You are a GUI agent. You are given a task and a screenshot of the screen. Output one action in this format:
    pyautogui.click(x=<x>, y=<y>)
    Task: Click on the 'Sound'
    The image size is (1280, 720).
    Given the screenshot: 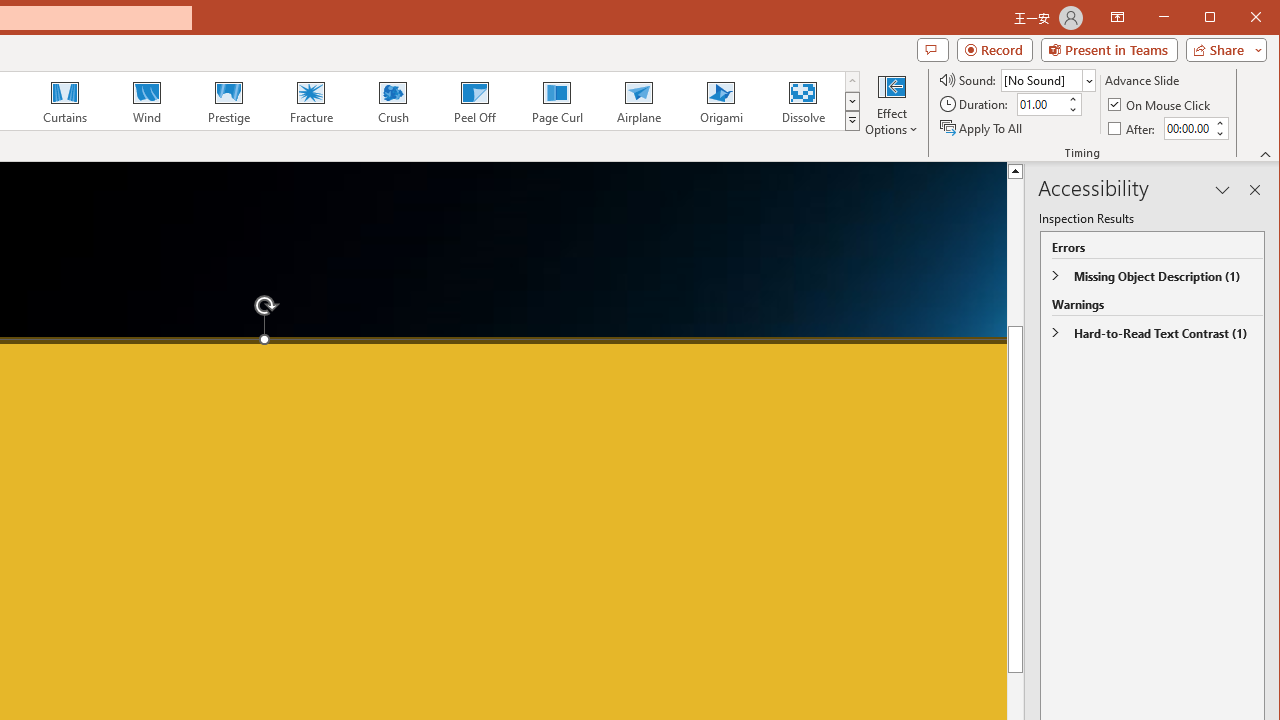 What is the action you would take?
    pyautogui.click(x=1047, y=79)
    